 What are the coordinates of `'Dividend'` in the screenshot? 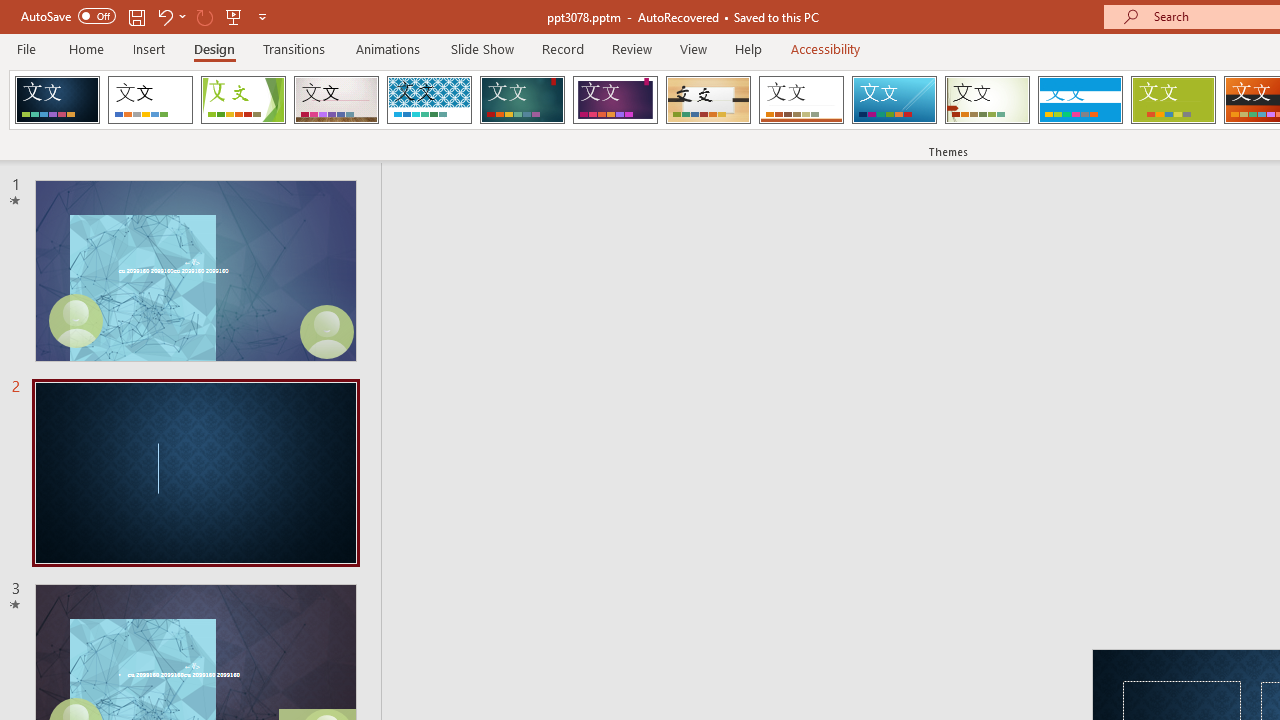 It's located at (57, 100).